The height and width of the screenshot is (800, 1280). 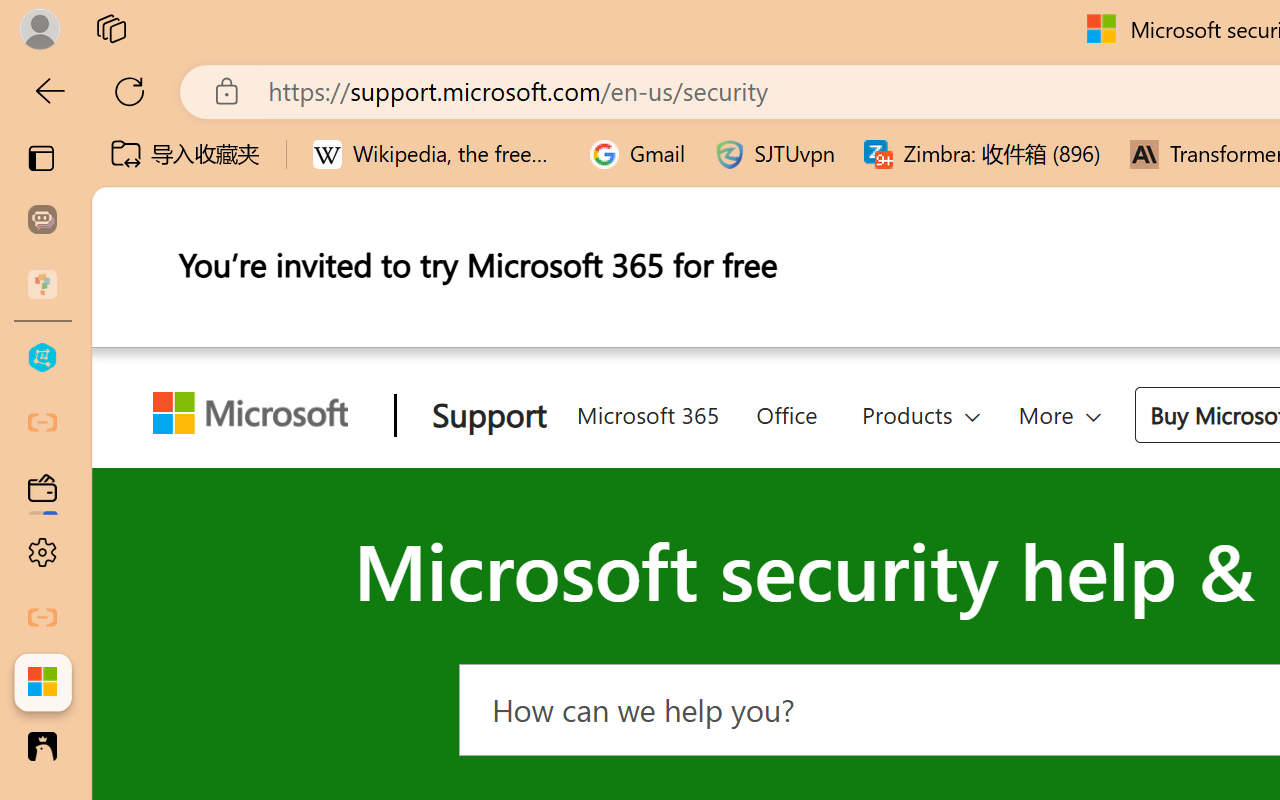 I want to click on 'wangyian_dsw - DSW', so click(x=42, y=358).